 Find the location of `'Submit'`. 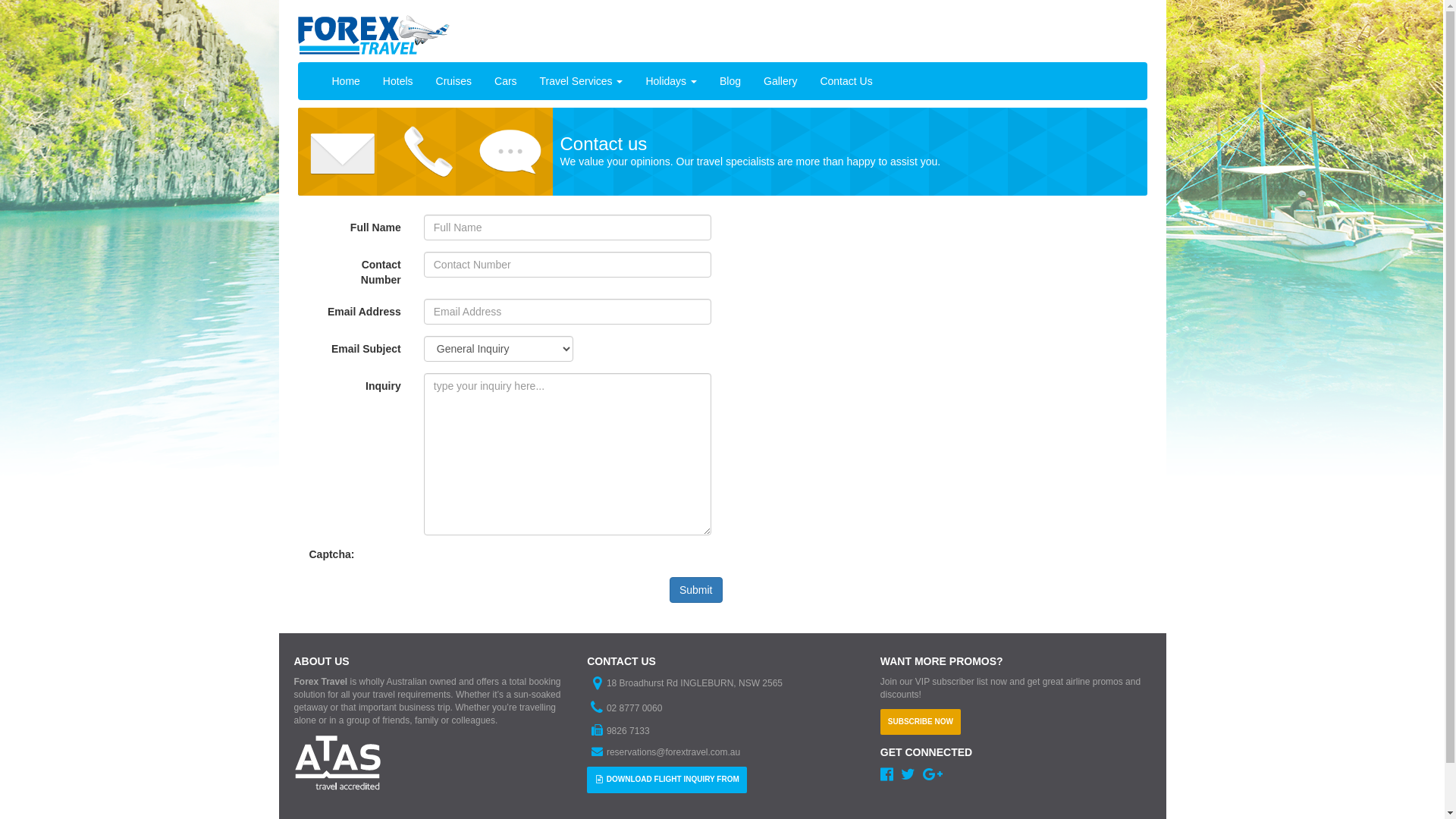

'Submit' is located at coordinates (695, 589).